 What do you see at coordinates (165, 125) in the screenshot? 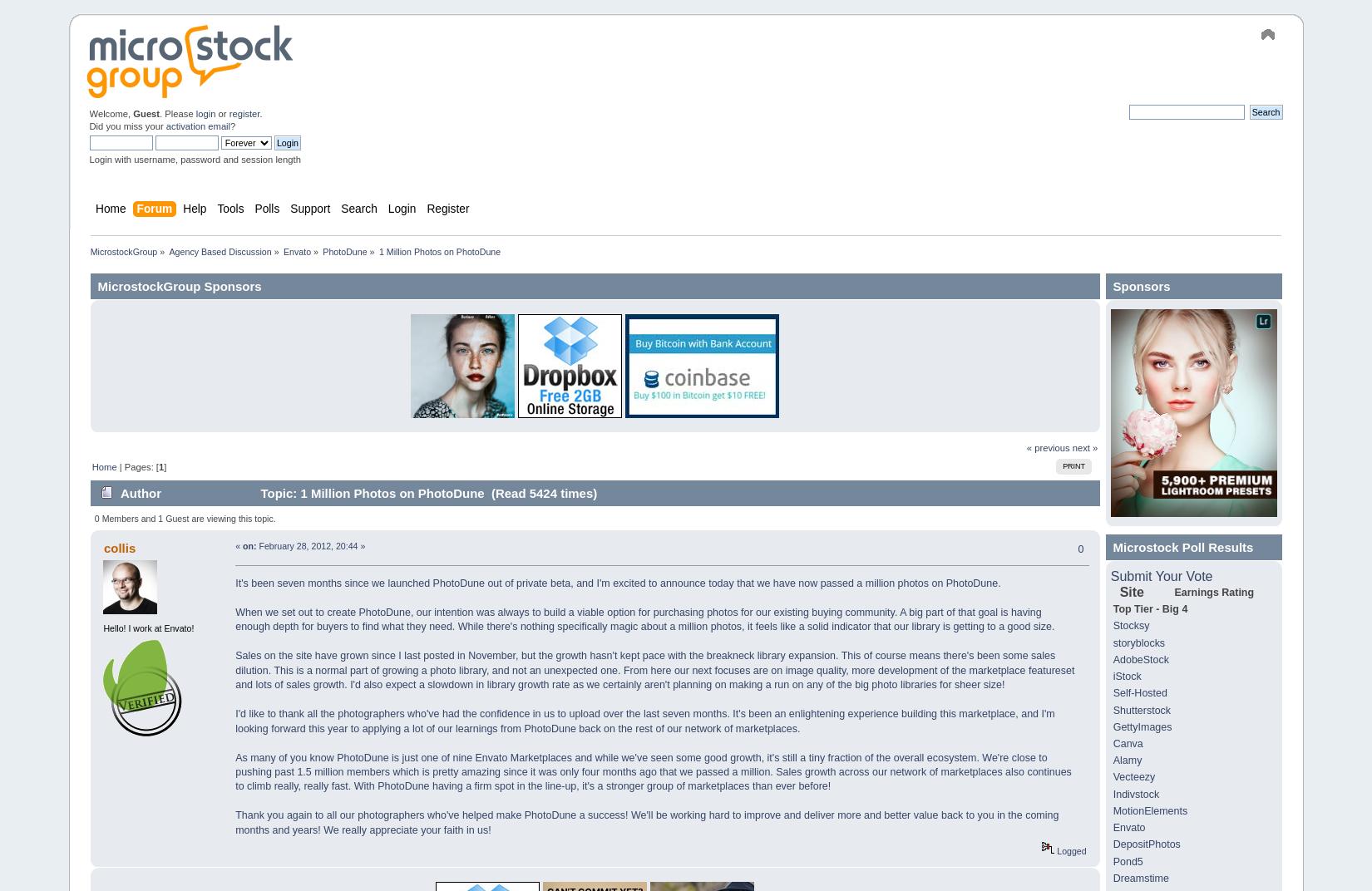
I see `'activation email'` at bounding box center [165, 125].